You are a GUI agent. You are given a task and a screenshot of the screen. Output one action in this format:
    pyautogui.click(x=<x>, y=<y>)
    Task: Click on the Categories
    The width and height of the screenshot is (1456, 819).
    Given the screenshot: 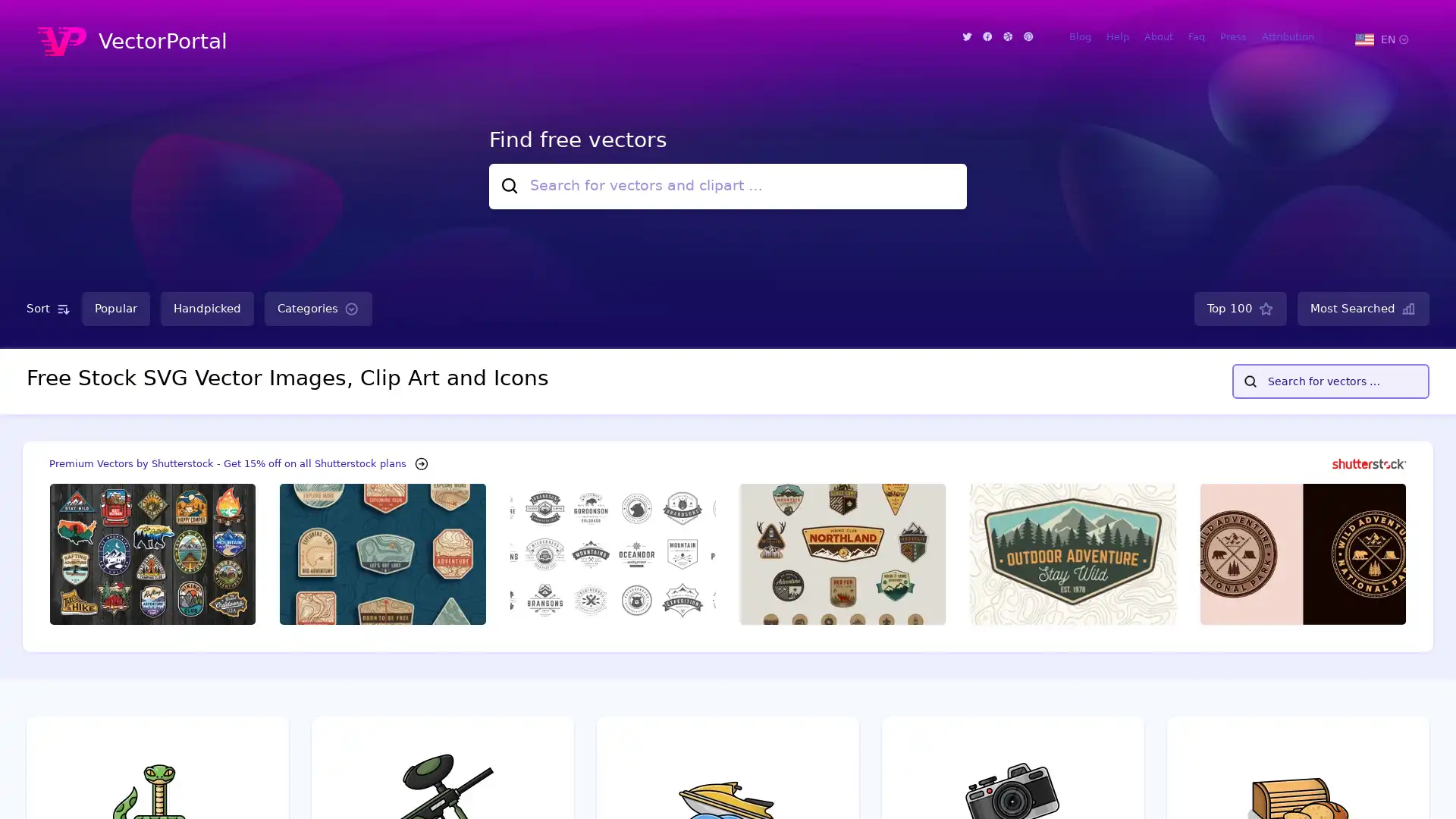 What is the action you would take?
    pyautogui.click(x=318, y=308)
    